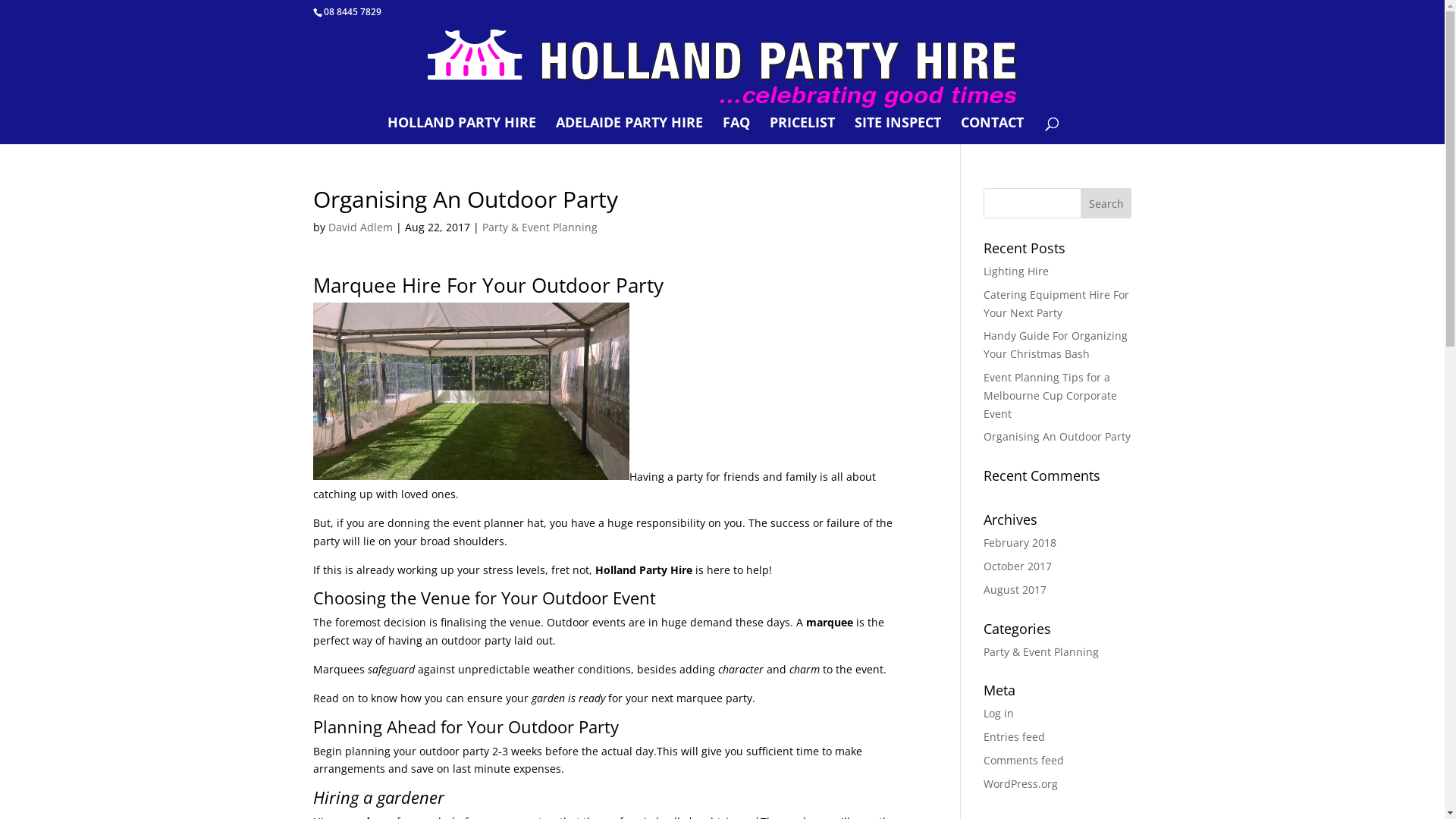 The image size is (1456, 819). Describe the element at coordinates (539, 227) in the screenshot. I see `'Party & Event Planning'` at that location.